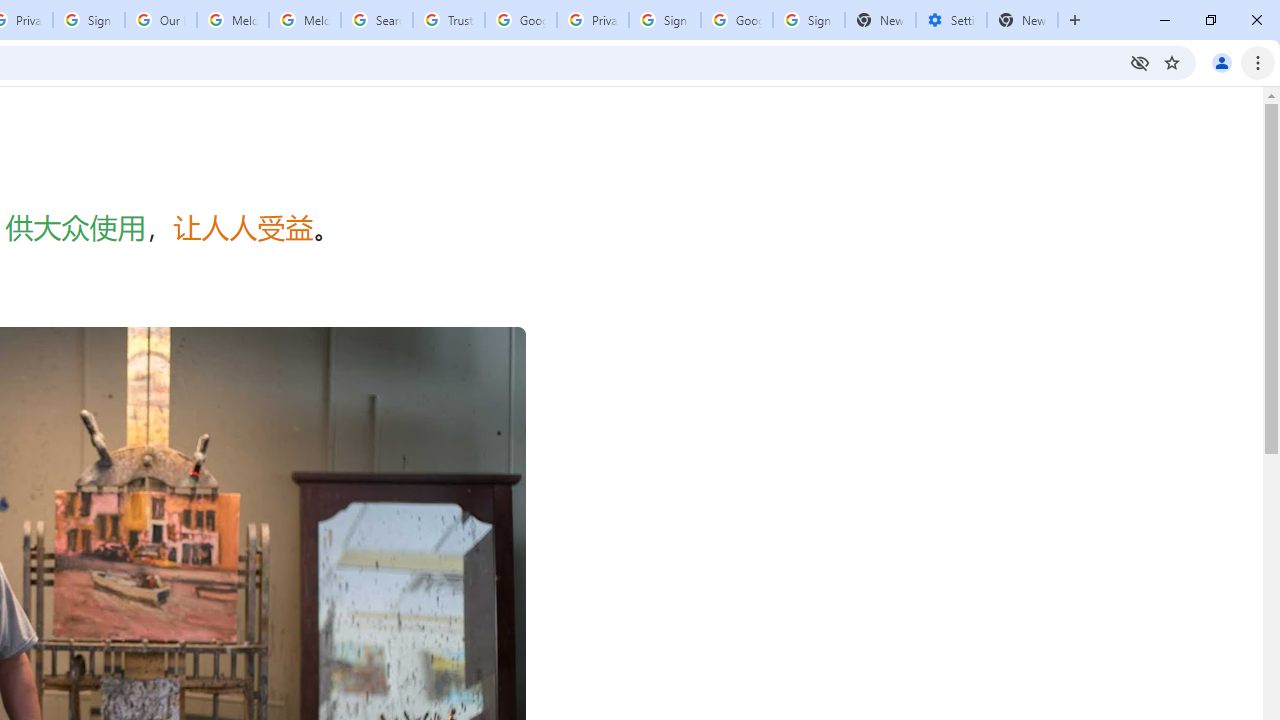 Image resolution: width=1280 pixels, height=720 pixels. What do you see at coordinates (1255, 20) in the screenshot?
I see `'Close'` at bounding box center [1255, 20].